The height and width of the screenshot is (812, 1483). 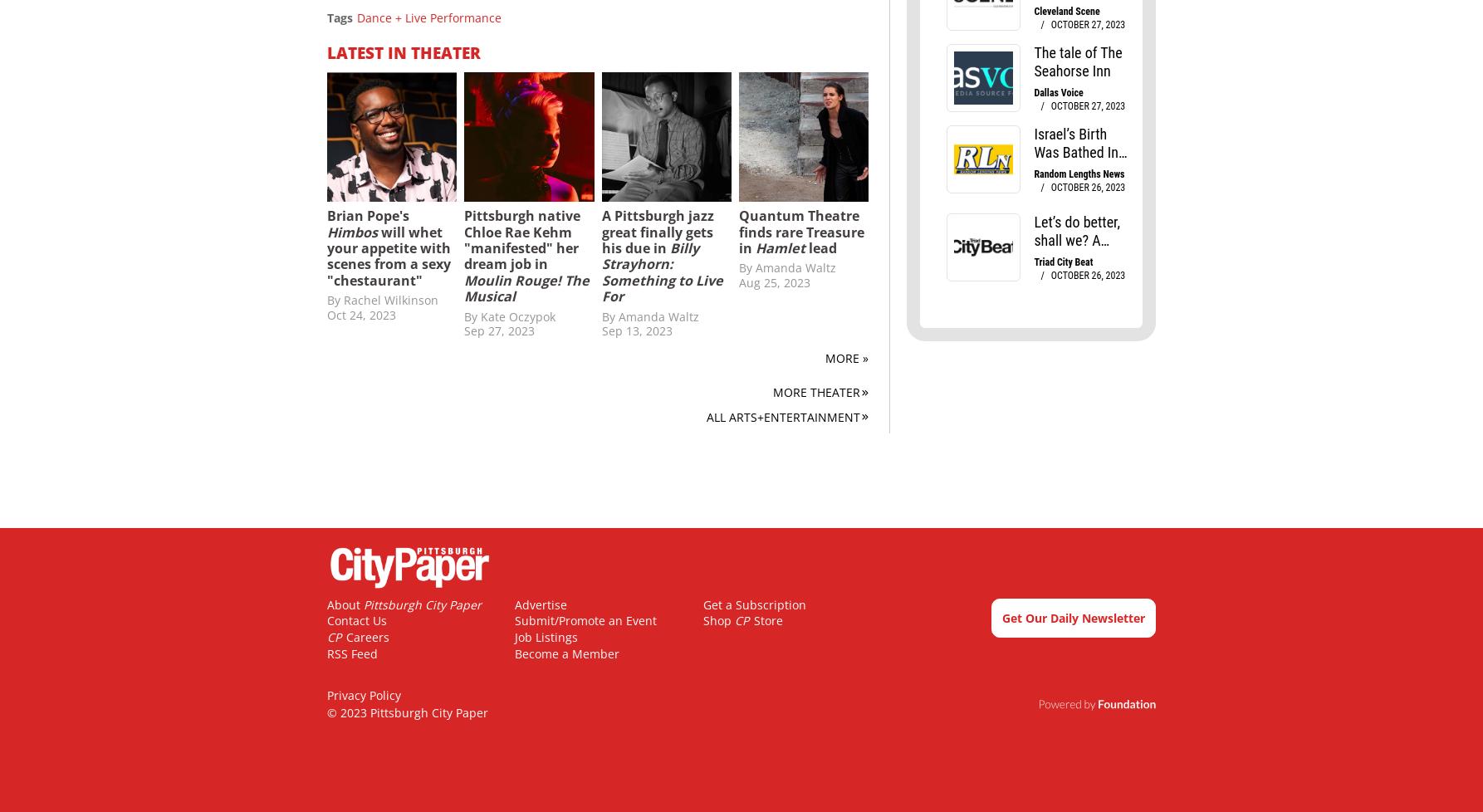 What do you see at coordinates (846, 356) in the screenshot?
I see `'More »'` at bounding box center [846, 356].